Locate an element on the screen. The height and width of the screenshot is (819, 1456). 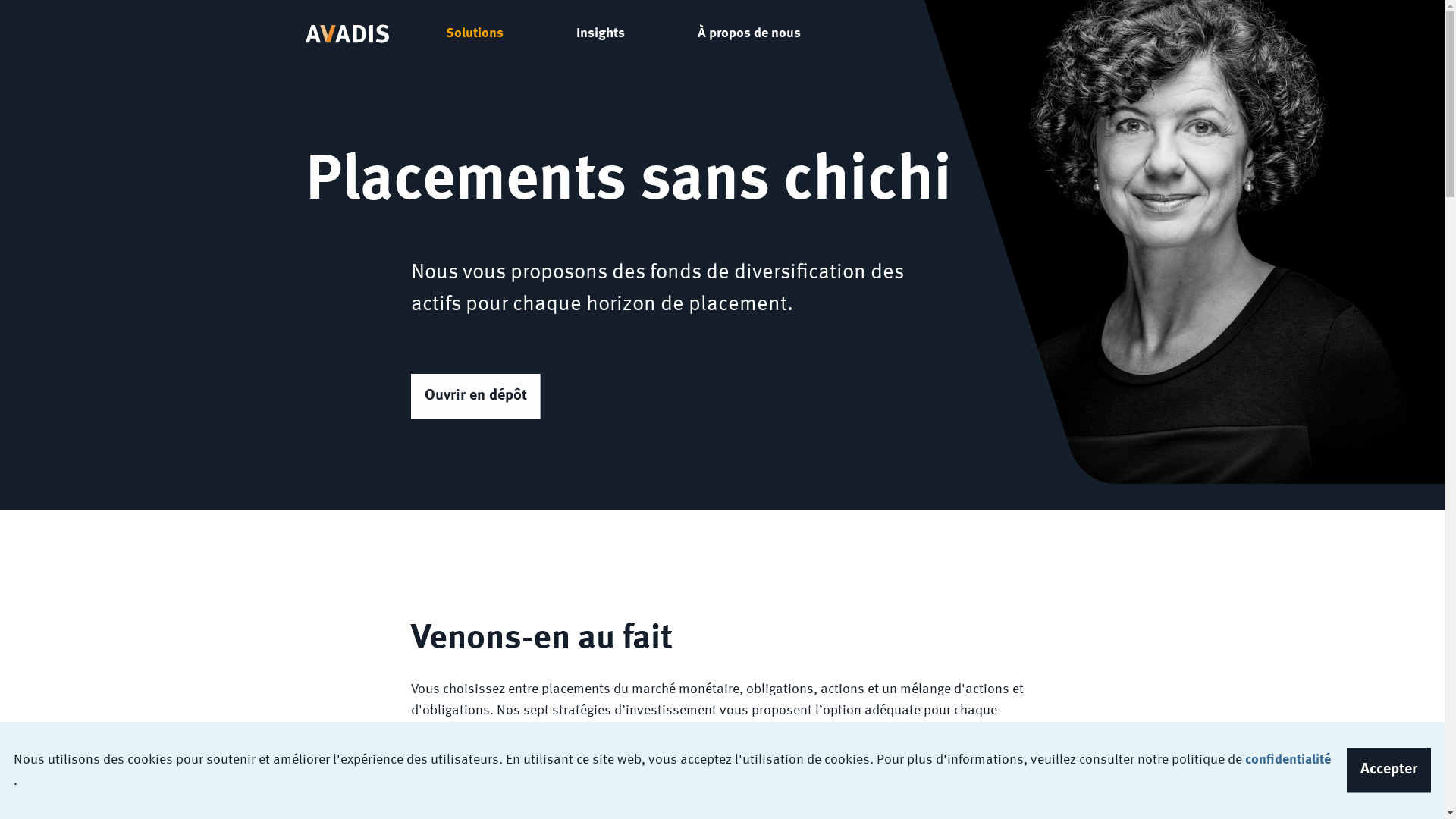
'Accepter' is located at coordinates (1389, 770).